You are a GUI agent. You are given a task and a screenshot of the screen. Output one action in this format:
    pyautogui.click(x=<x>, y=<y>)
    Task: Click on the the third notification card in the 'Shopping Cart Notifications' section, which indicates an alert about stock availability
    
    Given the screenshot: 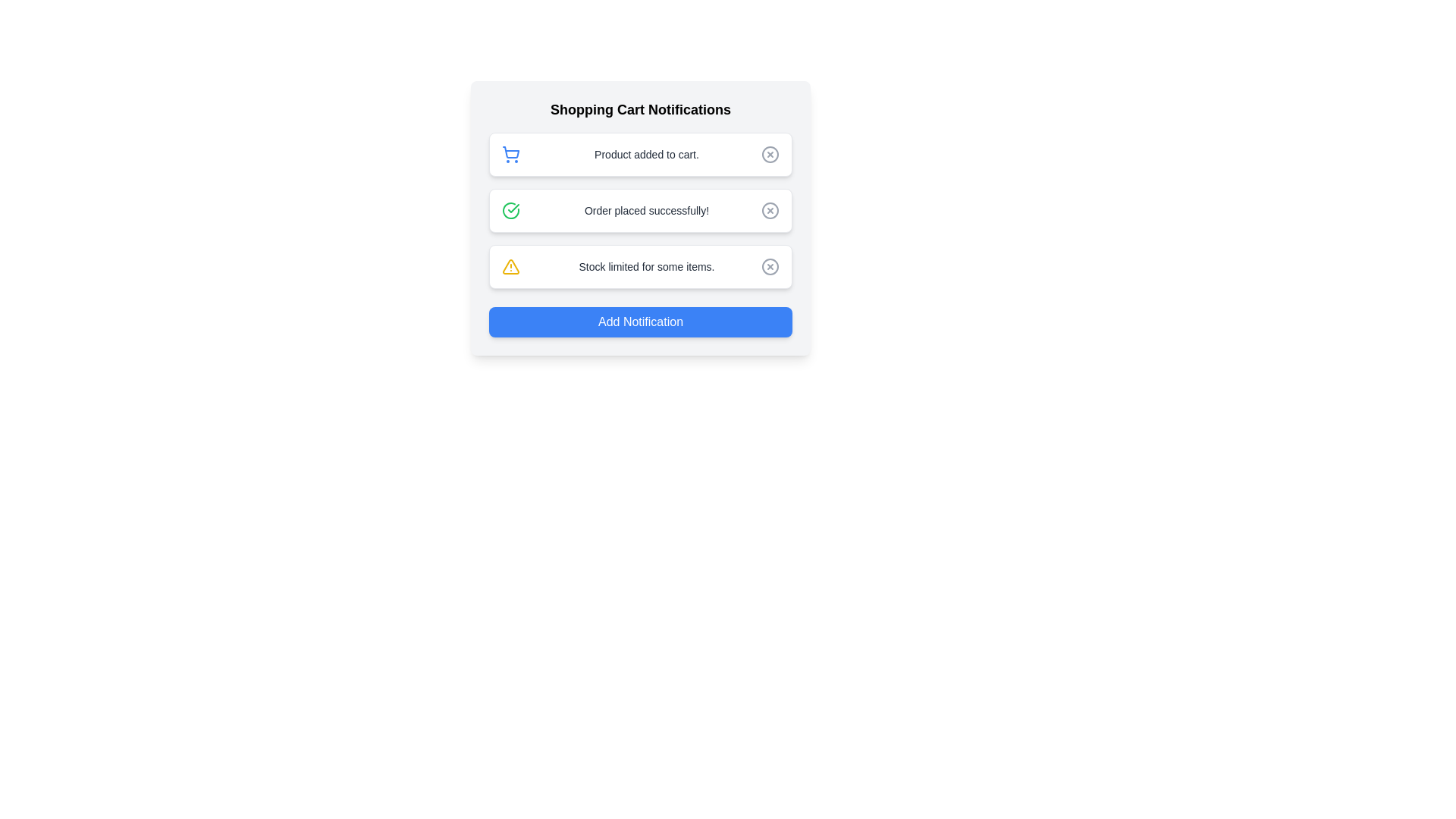 What is the action you would take?
    pyautogui.click(x=640, y=265)
    